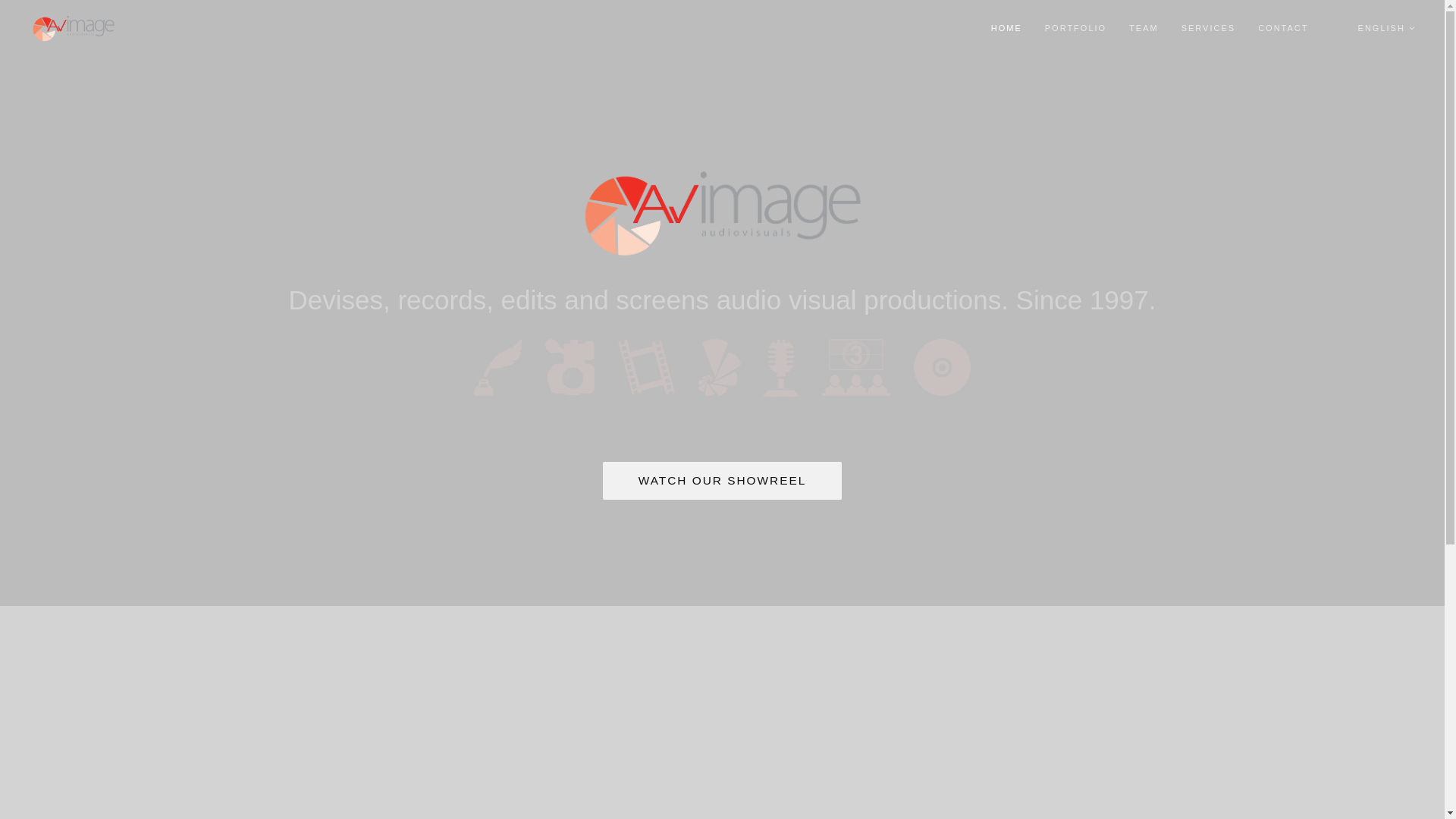  What do you see at coordinates (1144, 28) in the screenshot?
I see `'TEAM'` at bounding box center [1144, 28].